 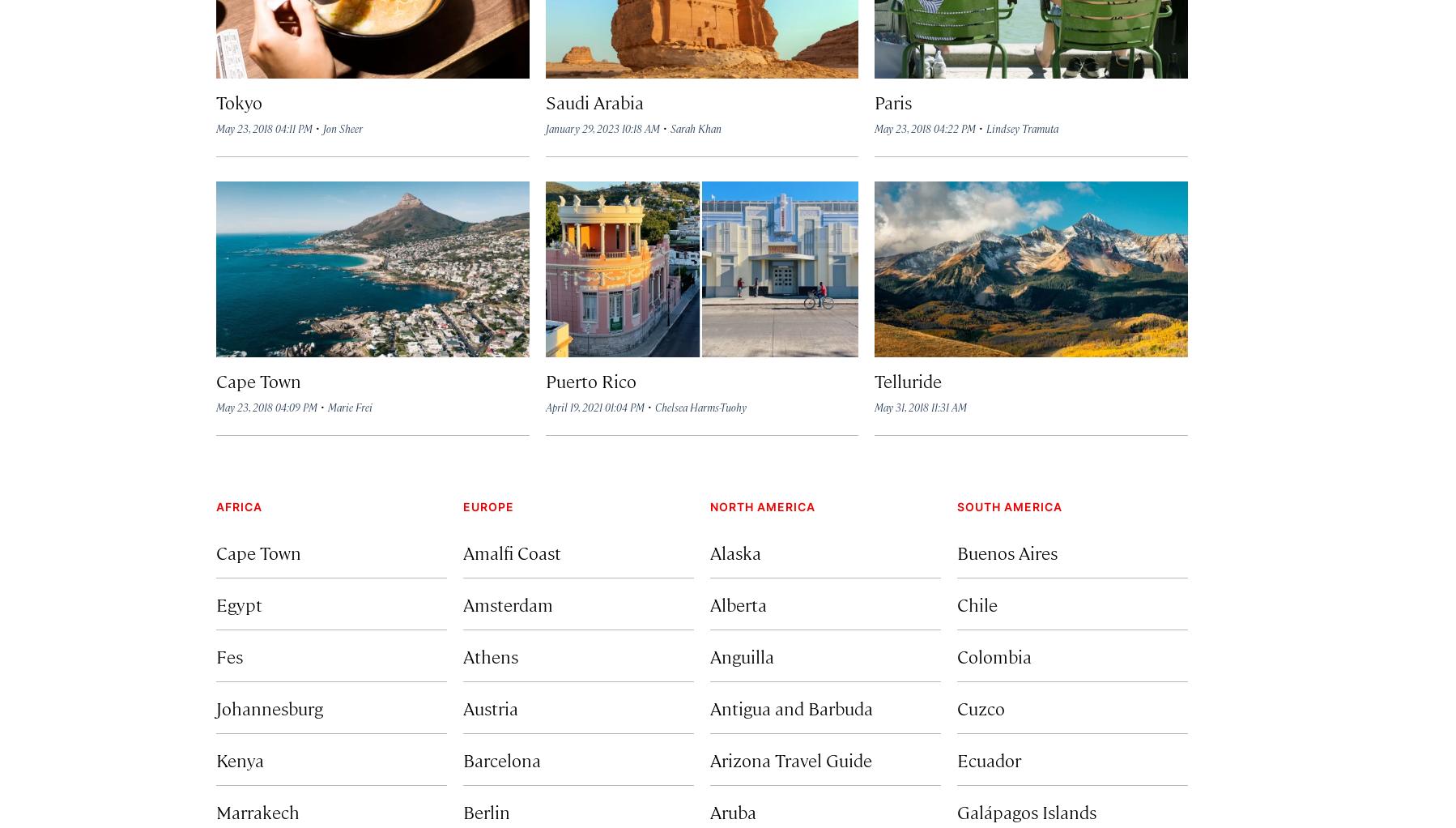 I want to click on 'Berlin', so click(x=486, y=810).